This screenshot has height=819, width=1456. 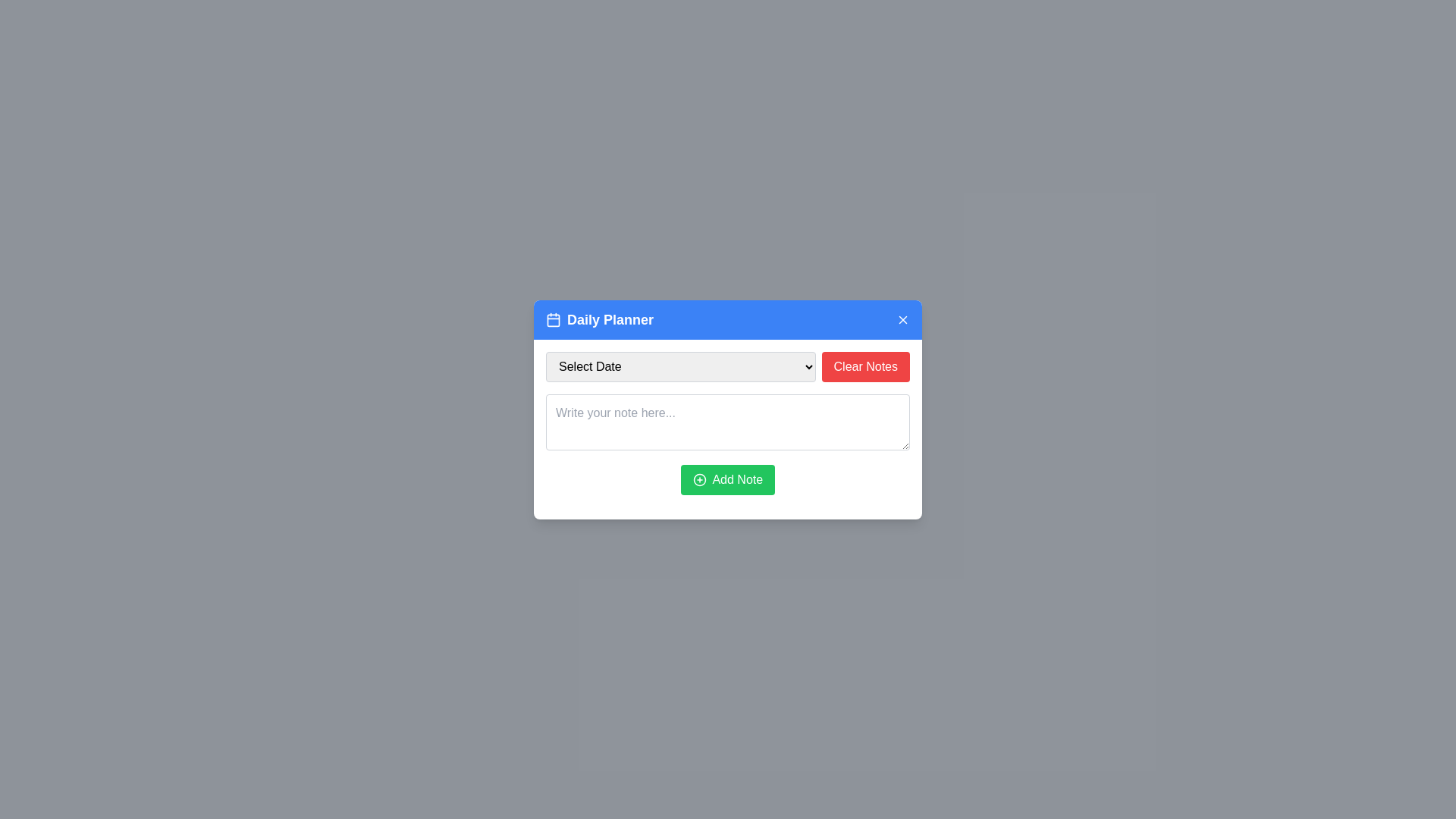 What do you see at coordinates (552, 318) in the screenshot?
I see `the calendar icon, which is the leftmost element in the header bar of the dialog box, next to the 'Daily Planner' text` at bounding box center [552, 318].